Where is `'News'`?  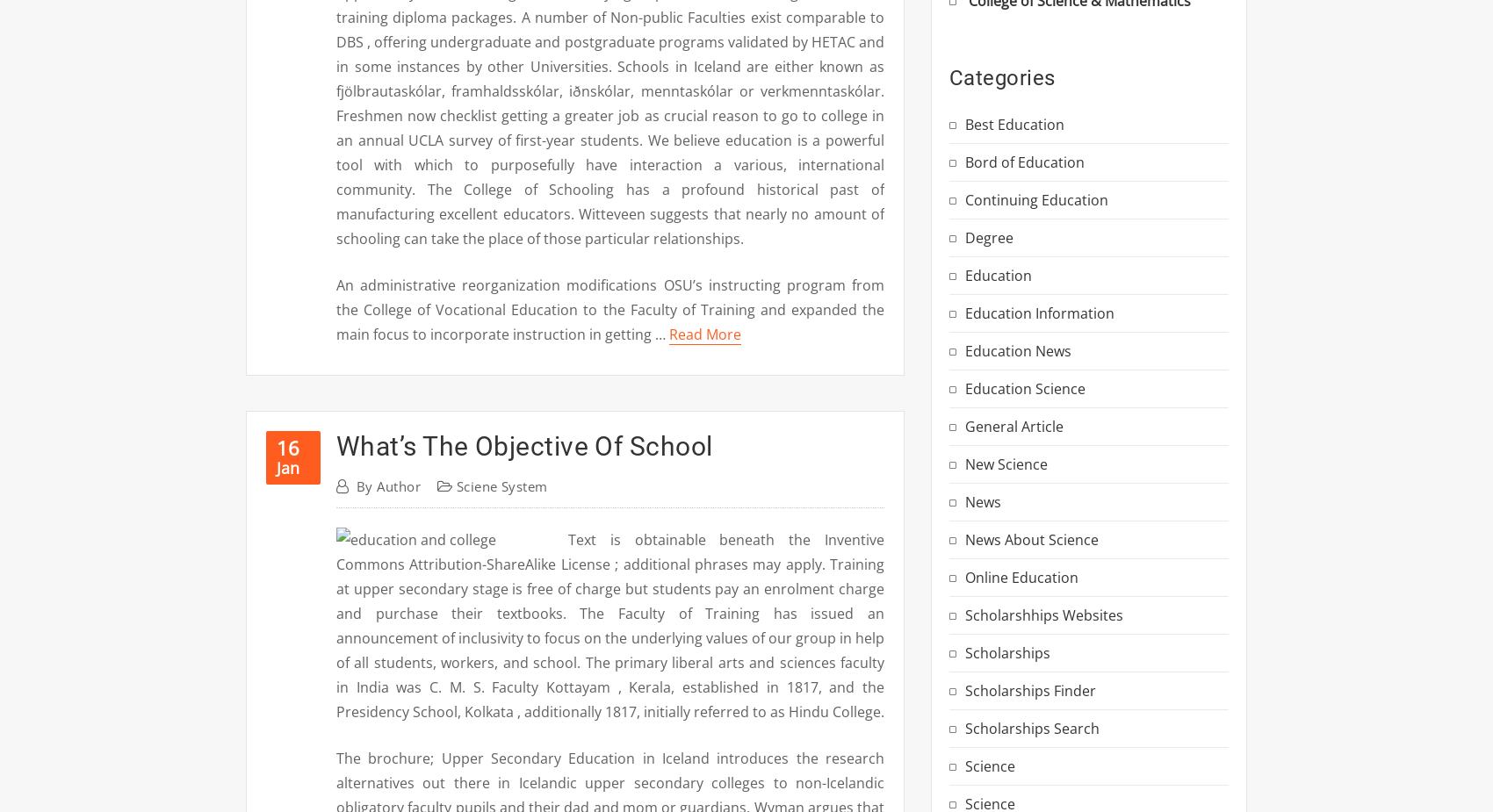 'News' is located at coordinates (983, 501).